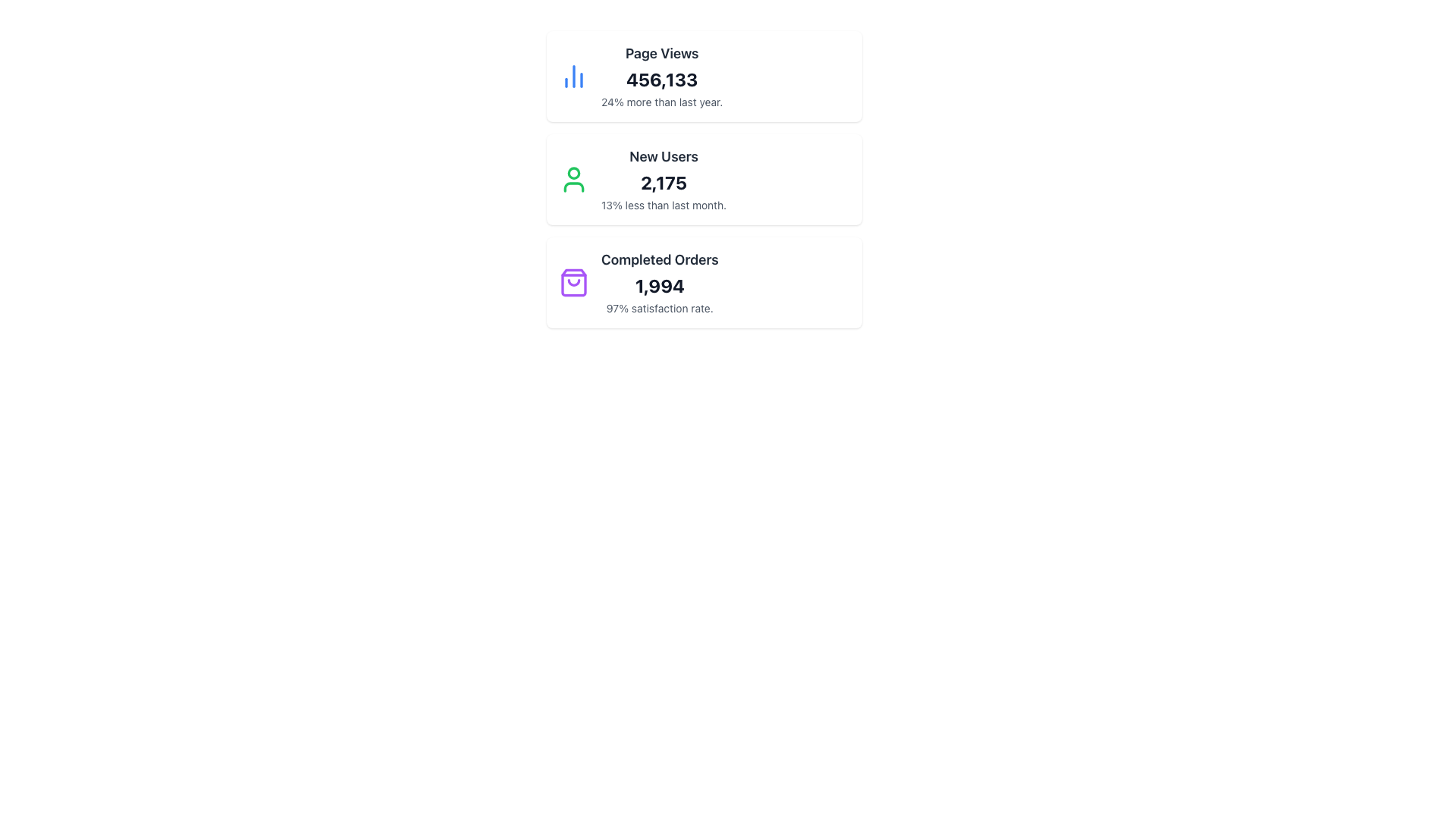  Describe the element at coordinates (660, 259) in the screenshot. I see `the text label reading 'Completed Orders', which is styled with a large bold font and dark gray color, positioned at the top of a statistical display group in the bottom section of the interface` at that location.